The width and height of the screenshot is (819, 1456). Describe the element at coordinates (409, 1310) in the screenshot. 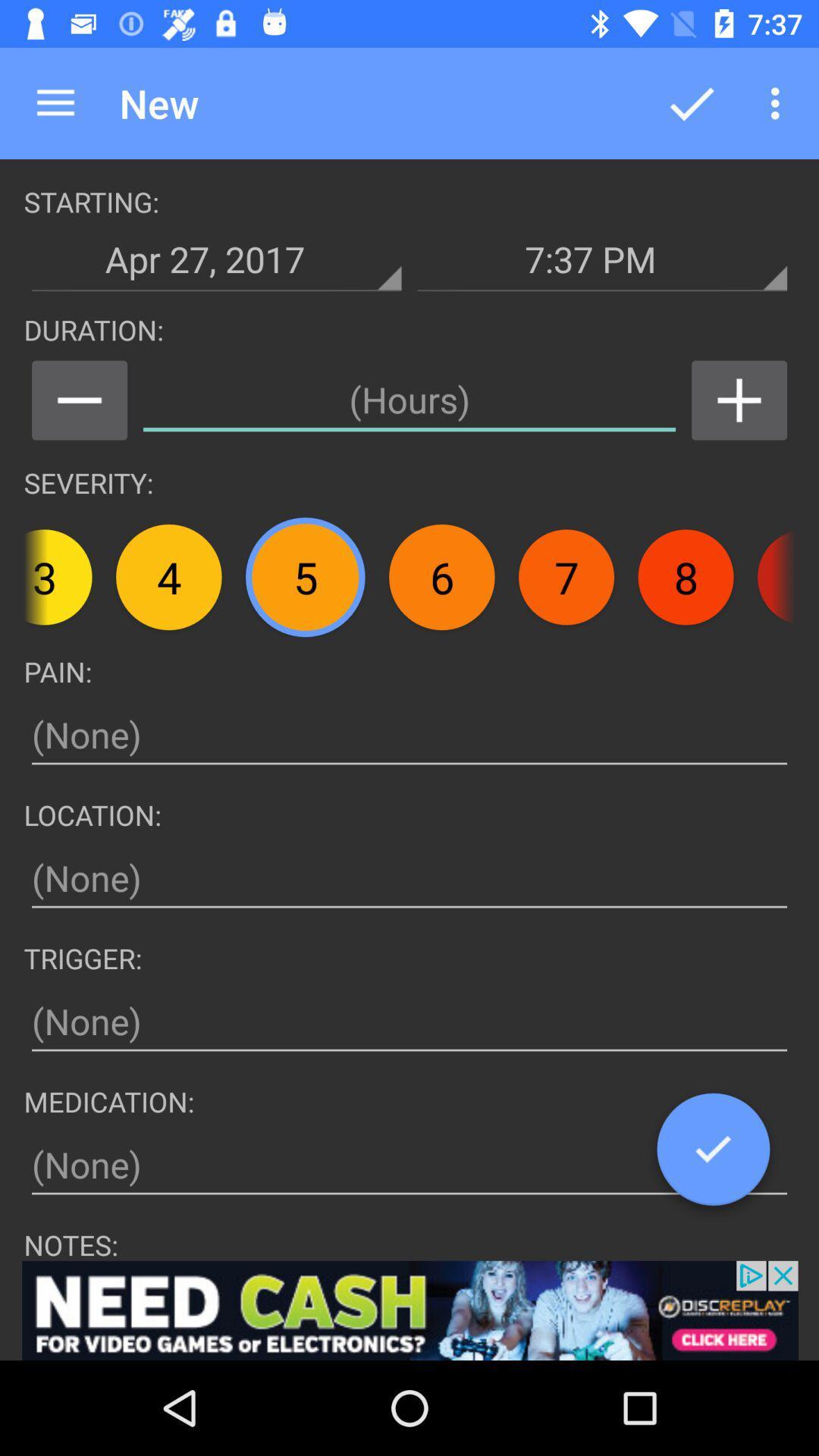

I see `advertisement` at that location.